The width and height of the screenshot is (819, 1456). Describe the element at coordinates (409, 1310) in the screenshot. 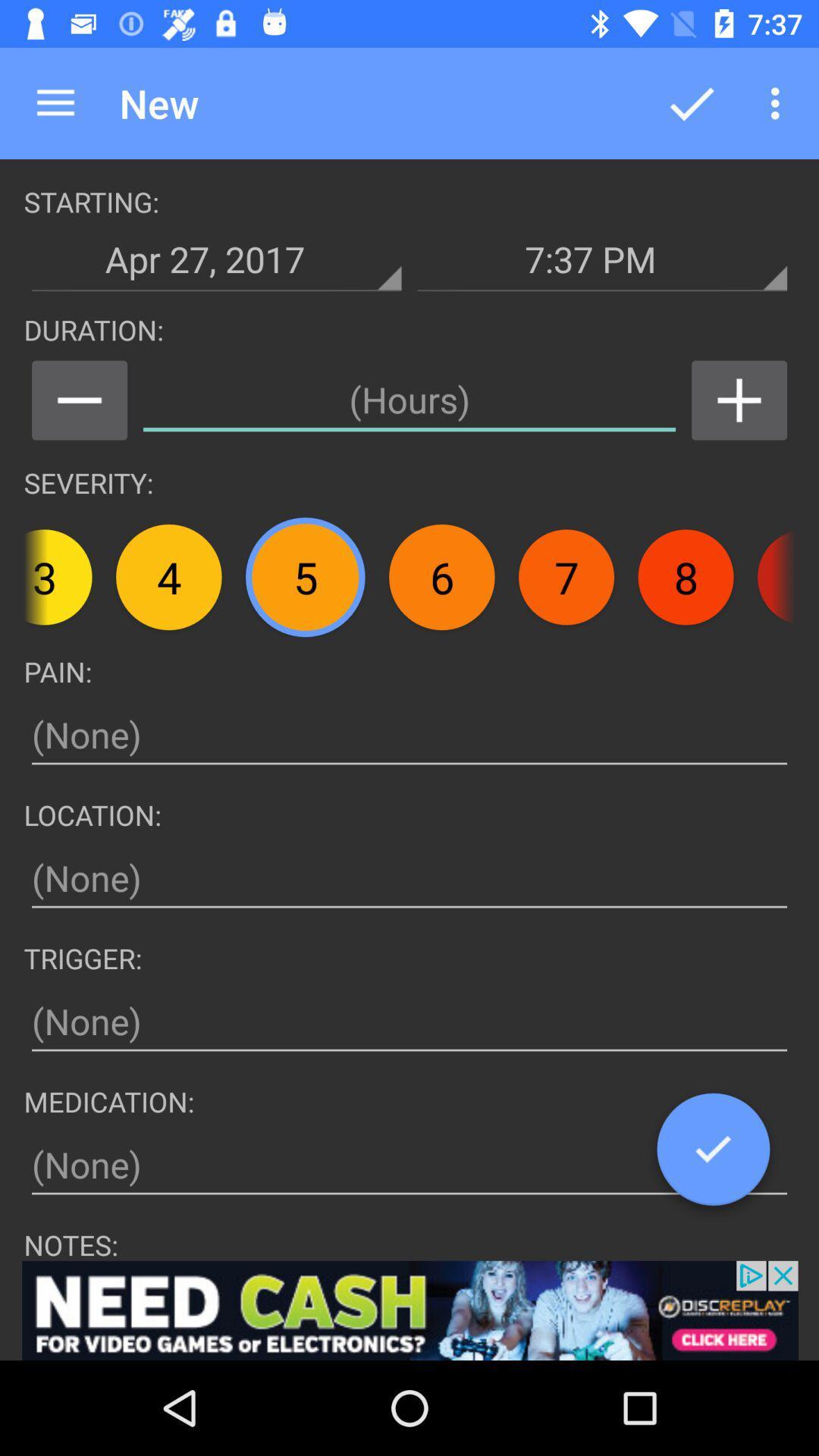

I see `advertisement` at that location.